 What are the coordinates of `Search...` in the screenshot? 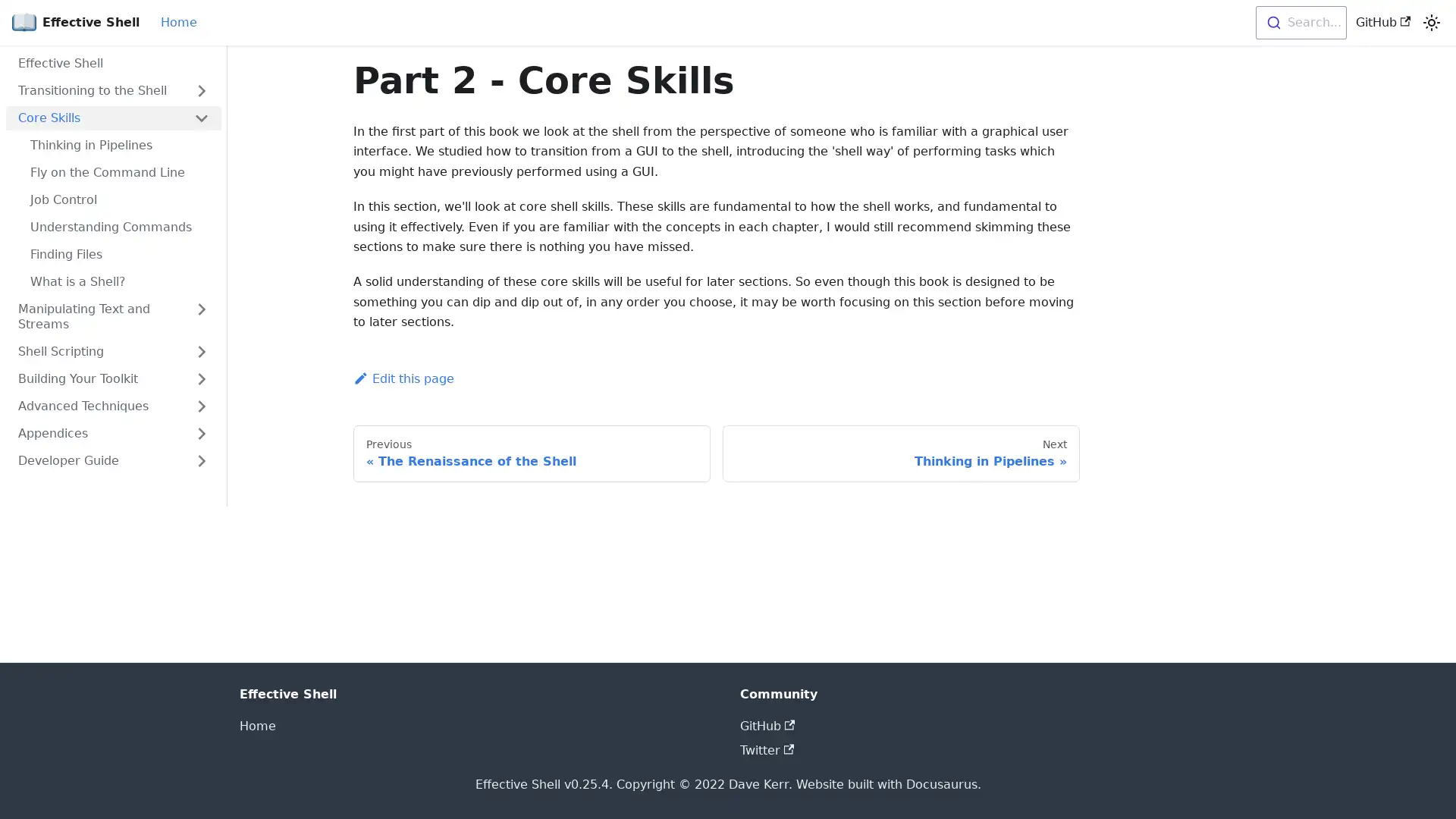 It's located at (1299, 23).